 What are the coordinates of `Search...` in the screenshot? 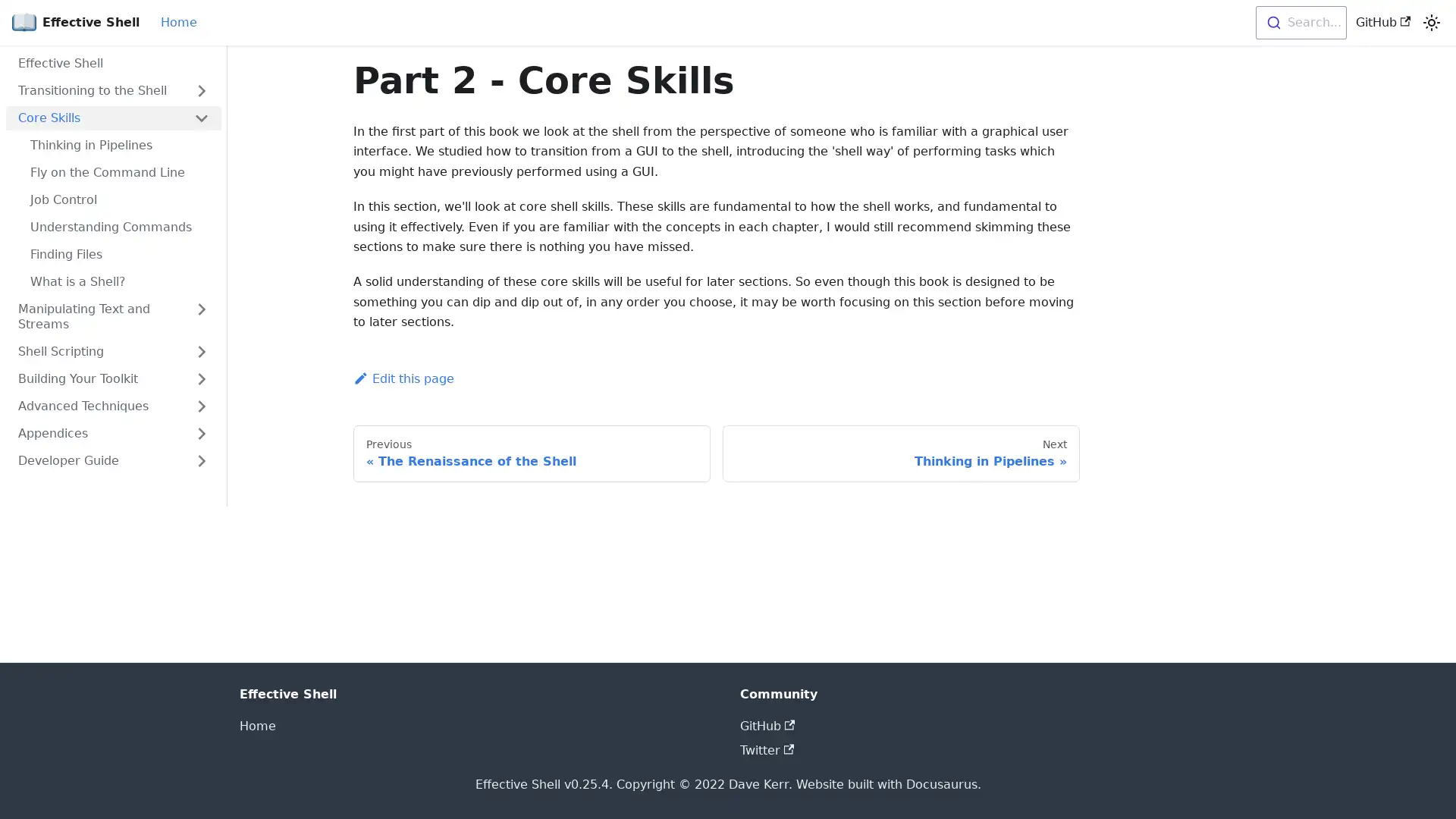 It's located at (1299, 23).